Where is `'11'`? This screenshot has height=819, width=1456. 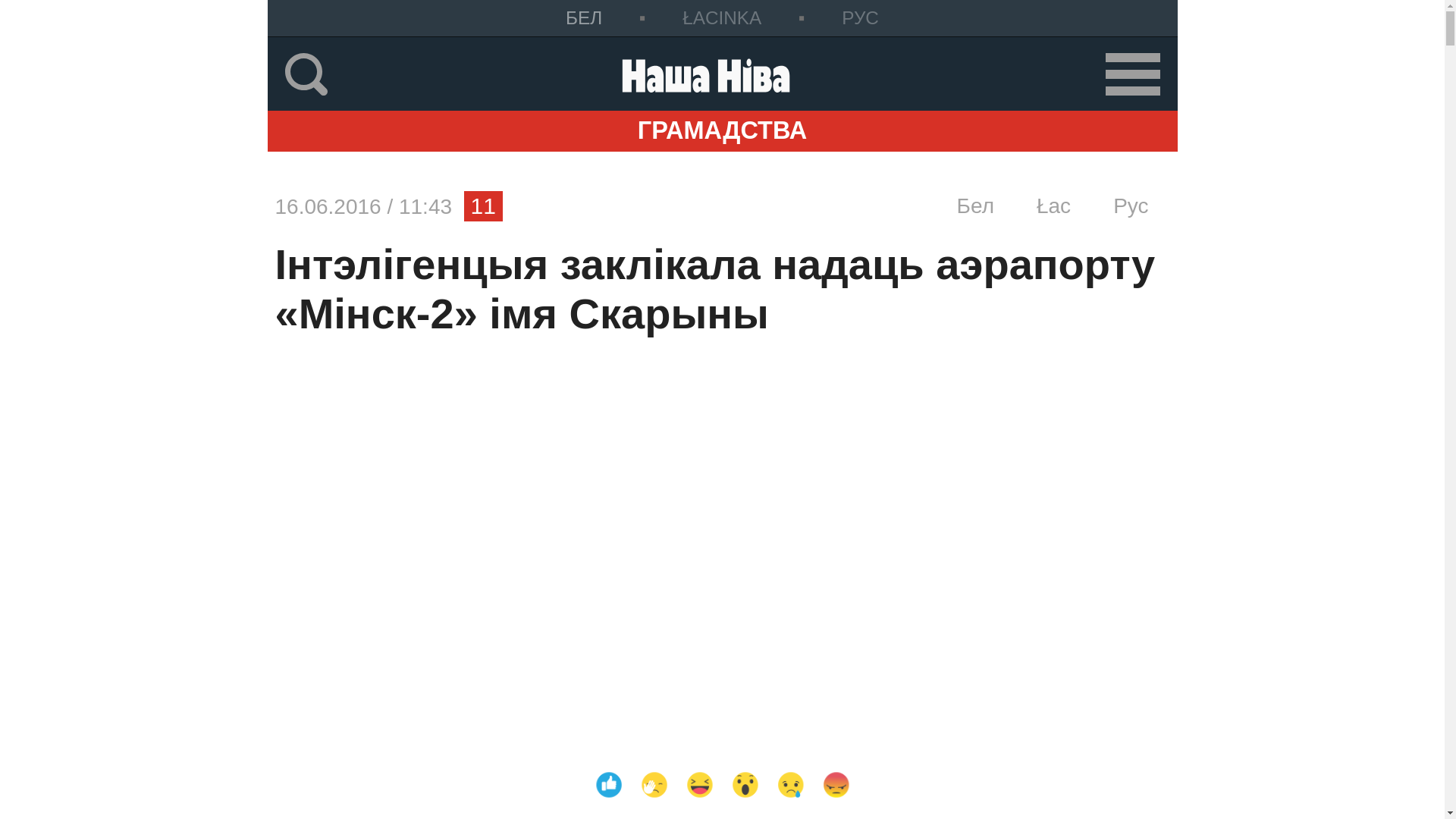
'11' is located at coordinates (482, 206).